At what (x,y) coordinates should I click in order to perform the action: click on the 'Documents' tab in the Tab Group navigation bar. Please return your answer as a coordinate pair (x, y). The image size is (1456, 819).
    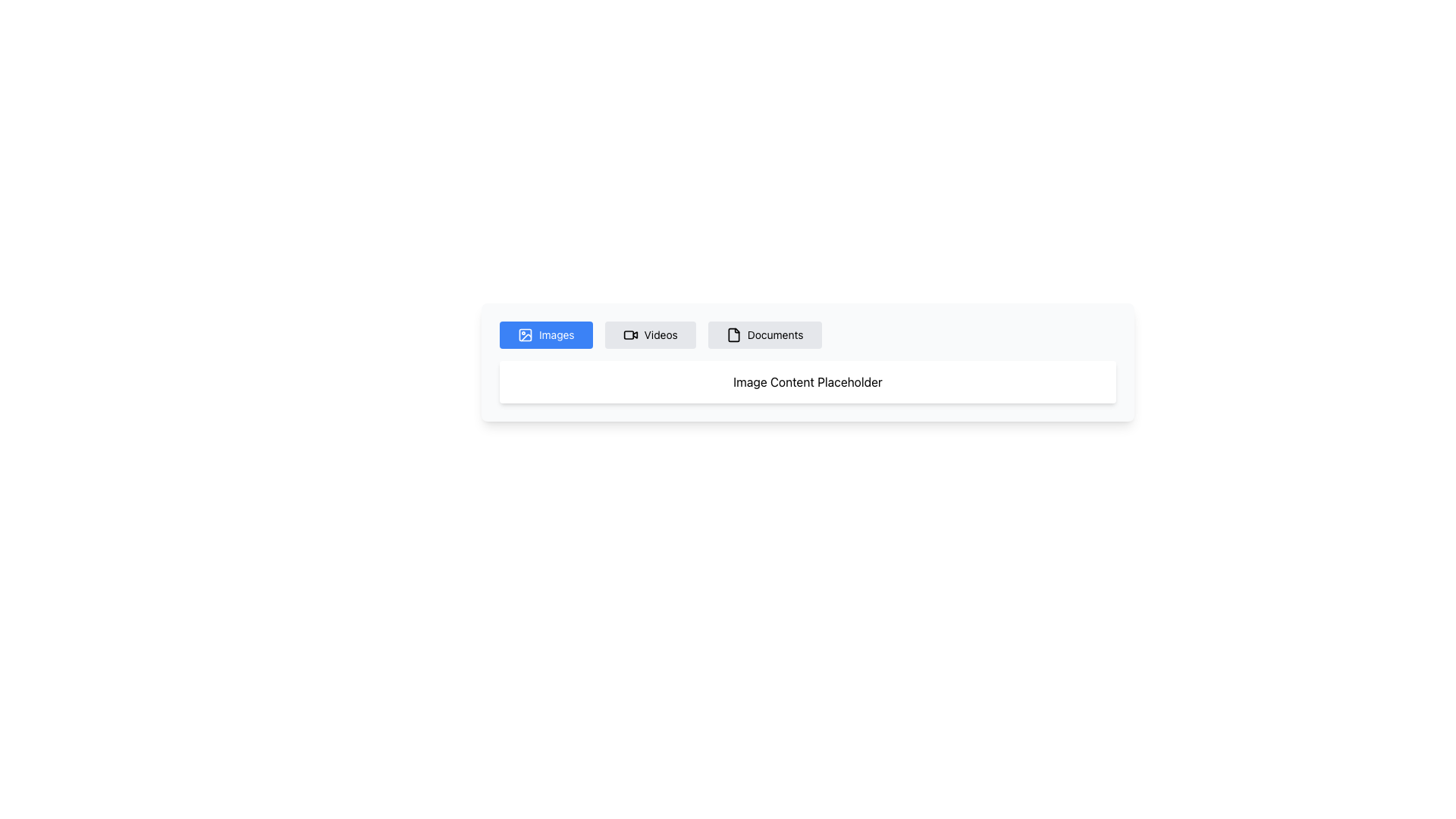
    Looking at the image, I should click on (807, 334).